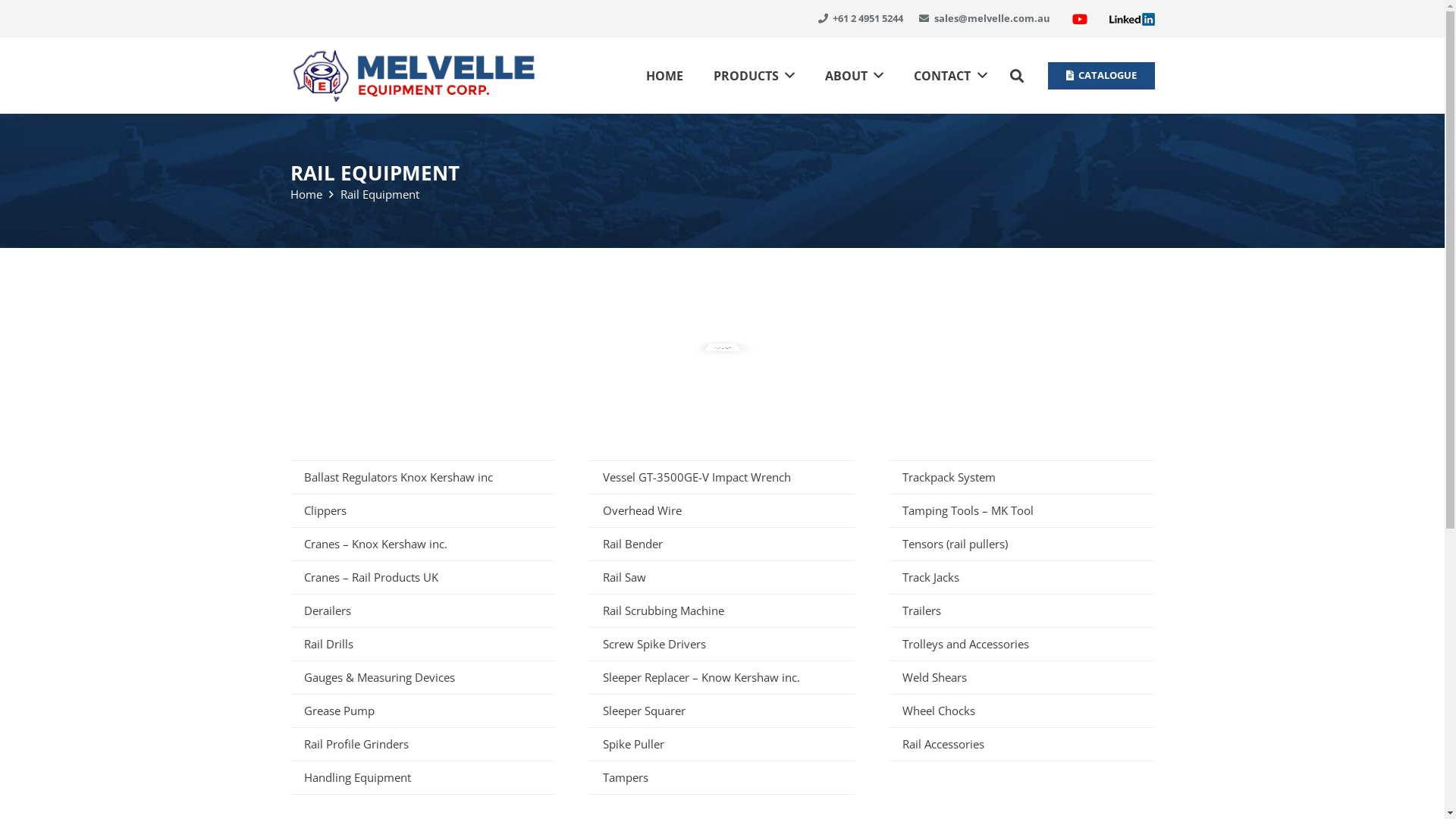 This screenshot has height=819, width=1456. What do you see at coordinates (899, 76) in the screenshot?
I see `'CONTACT'` at bounding box center [899, 76].